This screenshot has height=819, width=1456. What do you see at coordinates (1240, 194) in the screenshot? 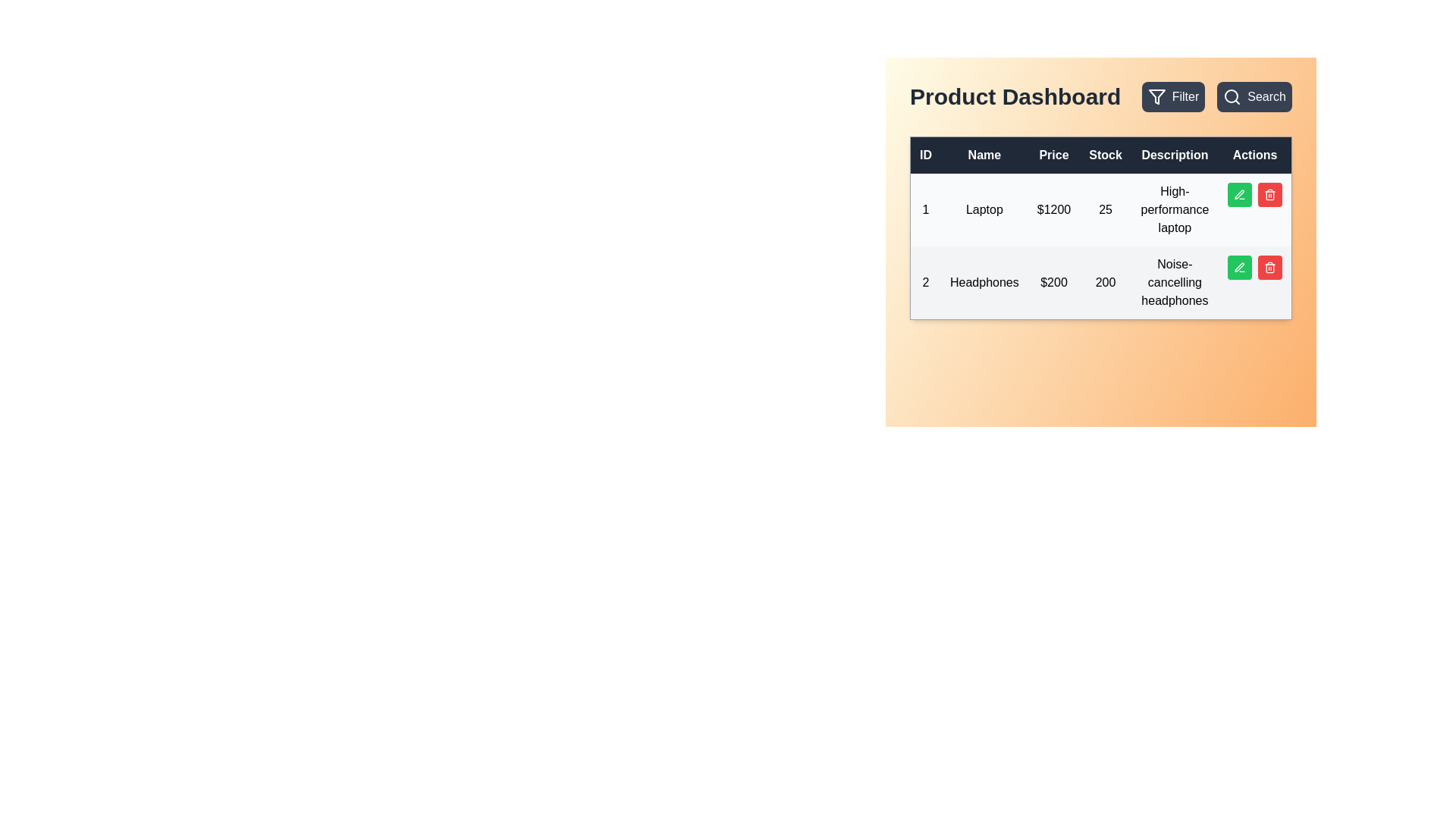
I see `the green button with rounded corners and a pen-shaped icon, located in the first row of the 'Actions' column in the table` at bounding box center [1240, 194].